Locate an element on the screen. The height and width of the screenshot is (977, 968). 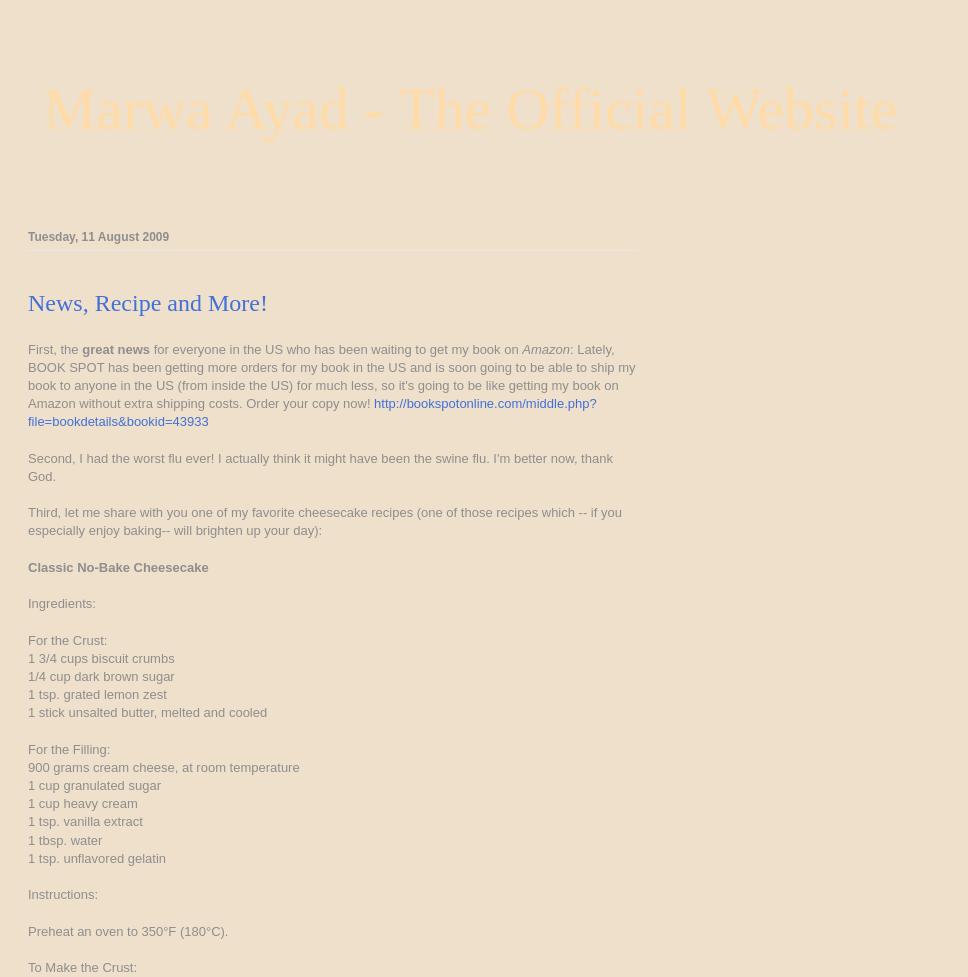
'News, Recipe and More!' is located at coordinates (146, 300).